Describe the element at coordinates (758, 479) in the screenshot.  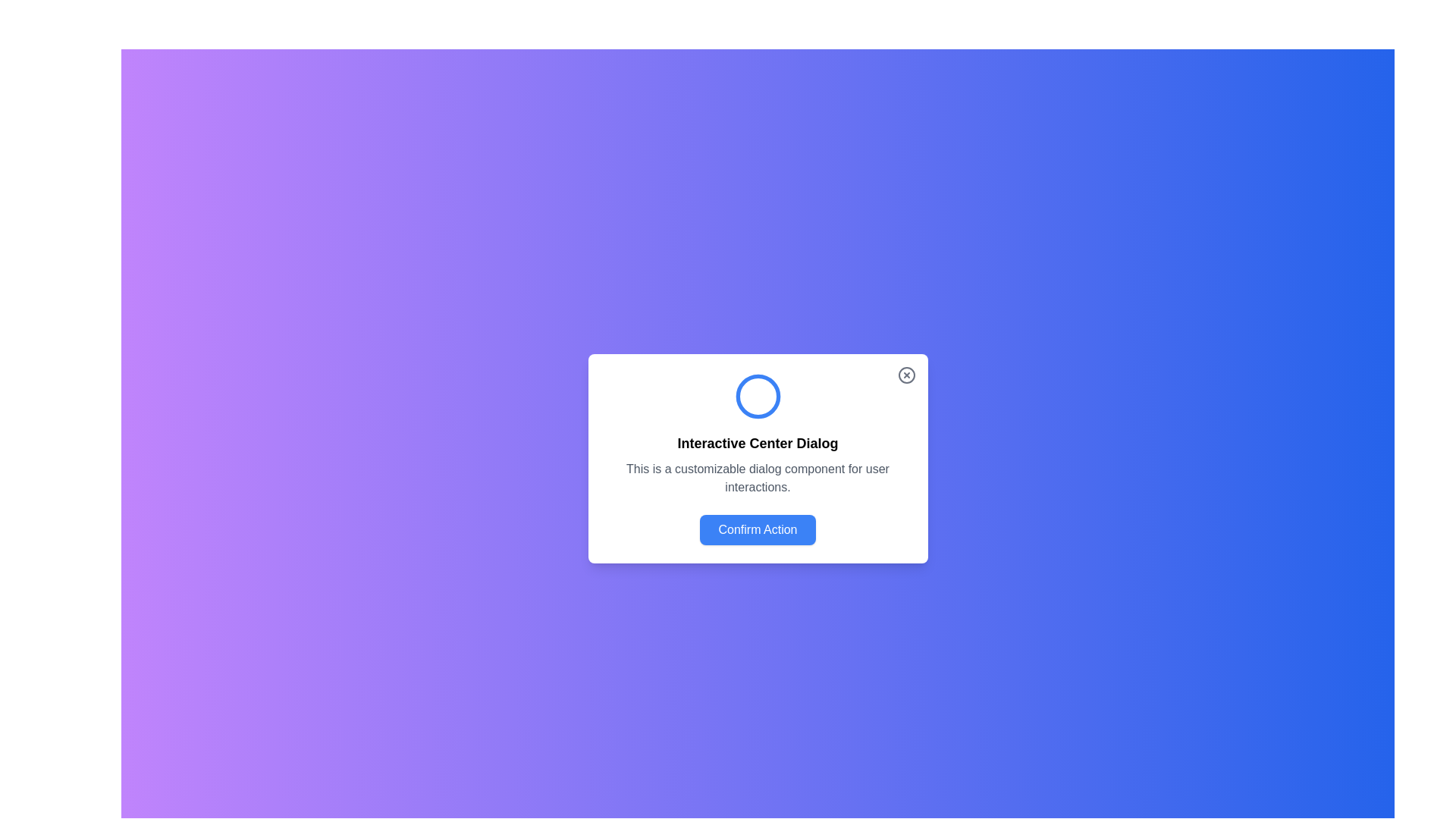
I see `the Text Label that provides additional descriptive information about the dialog box, positioned below the main title 'Interactive Center Dialog' and above the button labeled 'Confirm Action'` at that location.